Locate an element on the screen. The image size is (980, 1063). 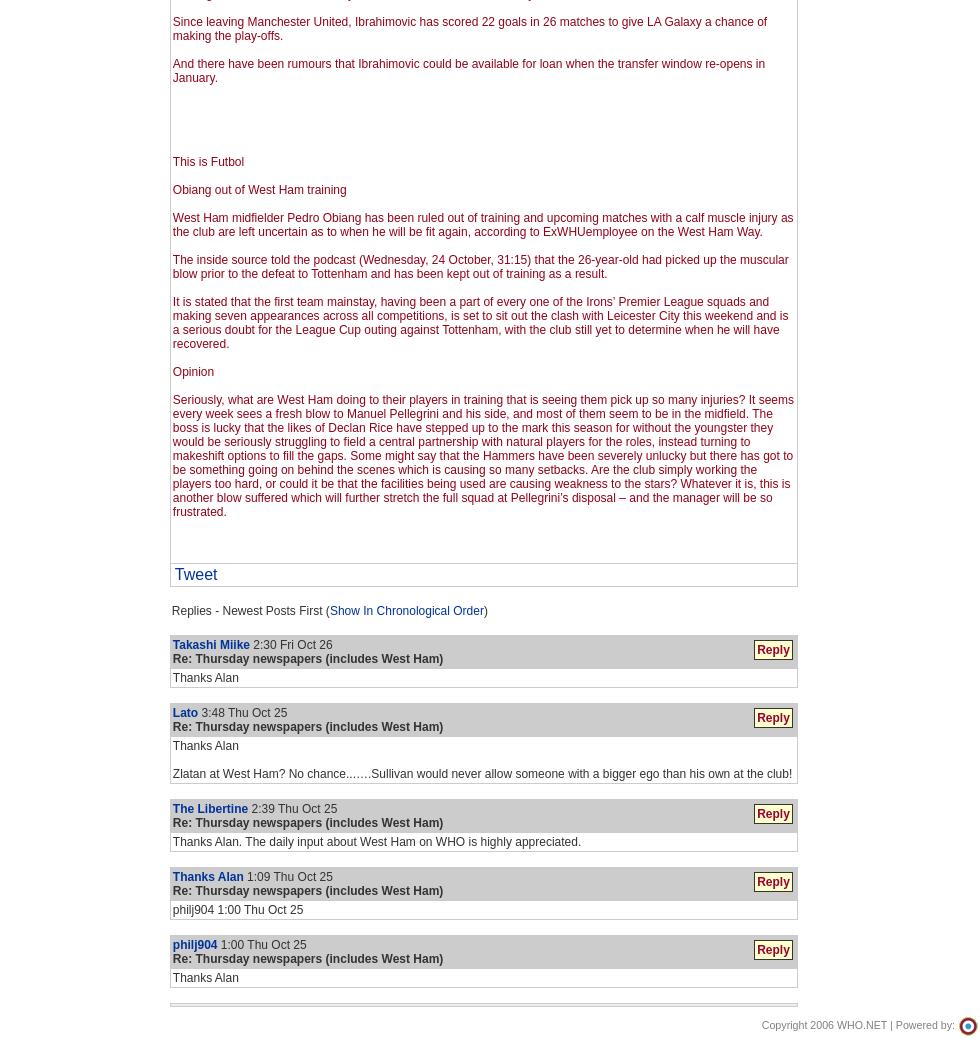
'2:39 Thu Oct 25' is located at coordinates (247, 808).